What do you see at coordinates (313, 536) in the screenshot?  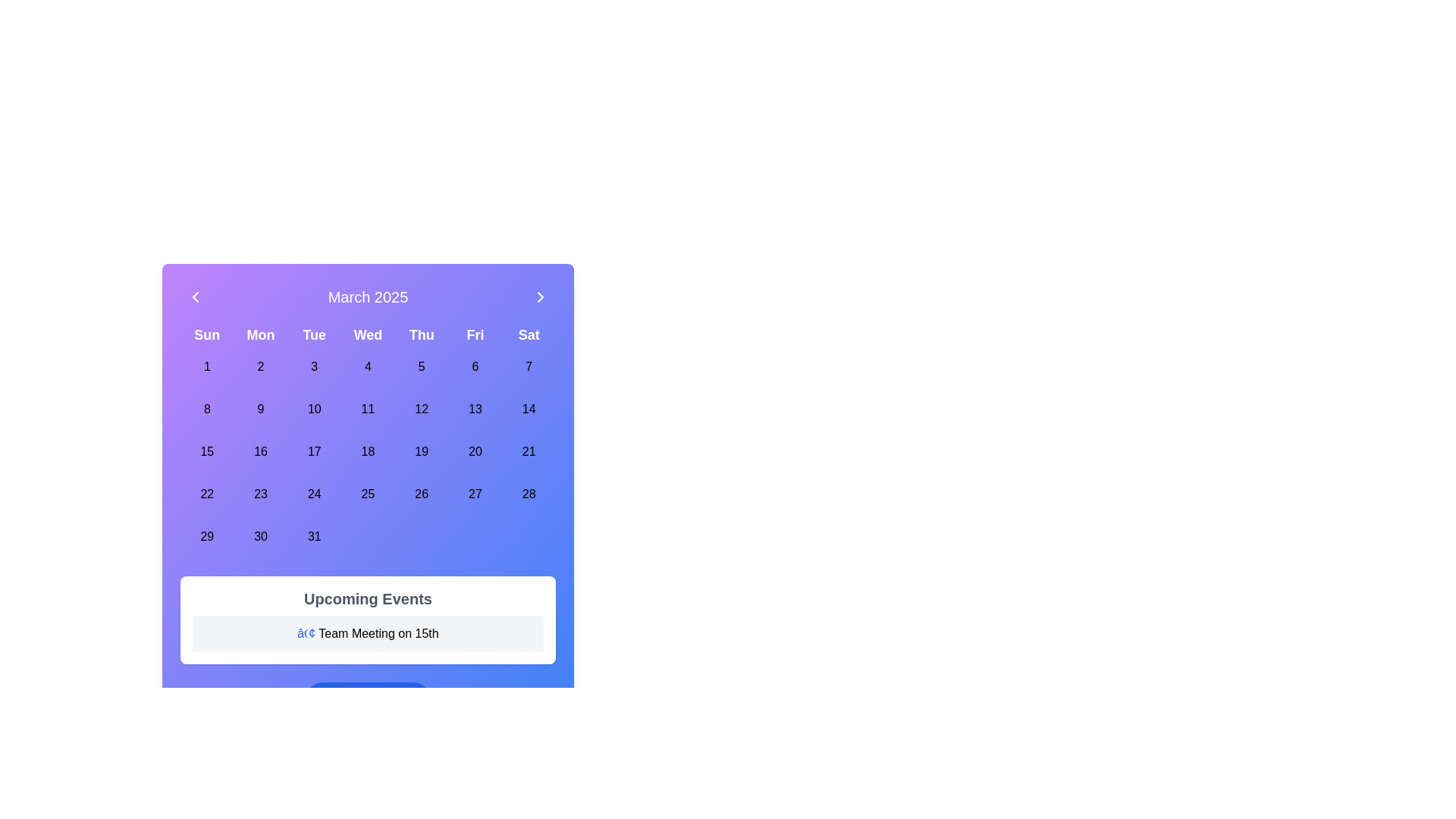 I see `the button representing the 31st day in the calendar month located in the bottom-right corner under the 'Tue' column` at bounding box center [313, 536].